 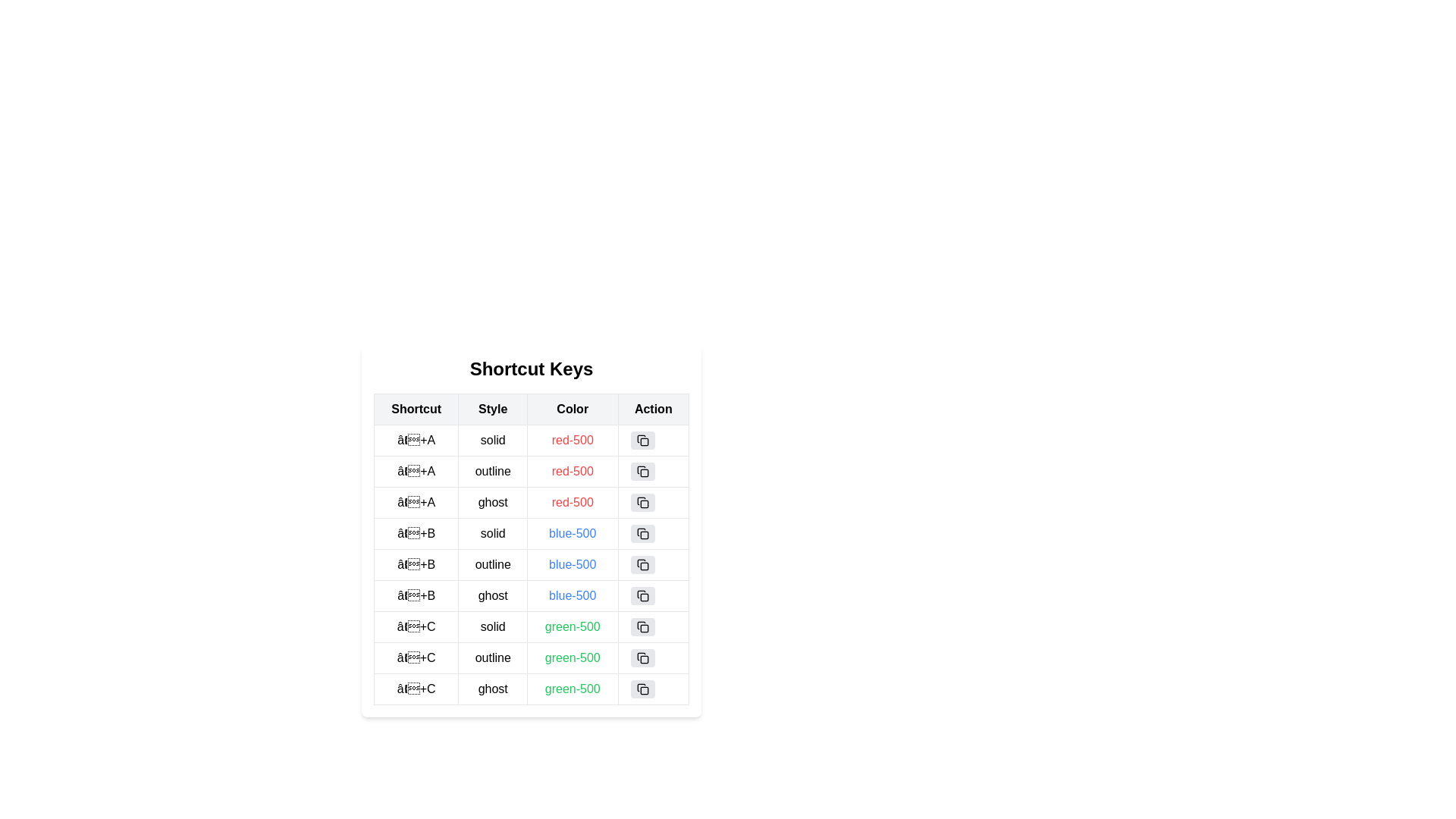 I want to click on the label indicating the style 'ghost' for the shortcut '⌘+A' in the 'Shortcut Keys' section of the table, which is colored 'red-500', so click(x=493, y=503).